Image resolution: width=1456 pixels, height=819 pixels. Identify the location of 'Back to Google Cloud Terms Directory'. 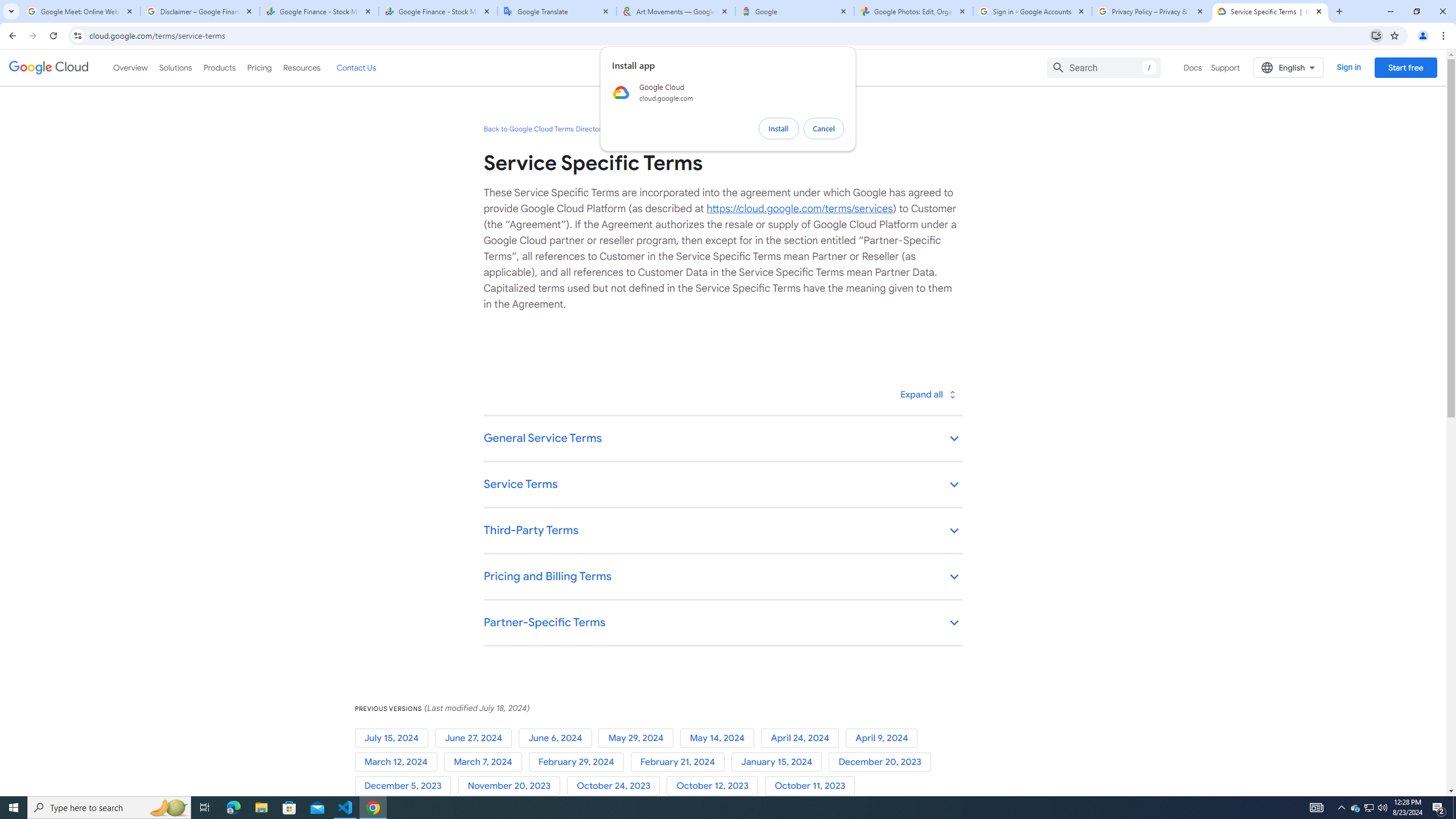
(544, 128).